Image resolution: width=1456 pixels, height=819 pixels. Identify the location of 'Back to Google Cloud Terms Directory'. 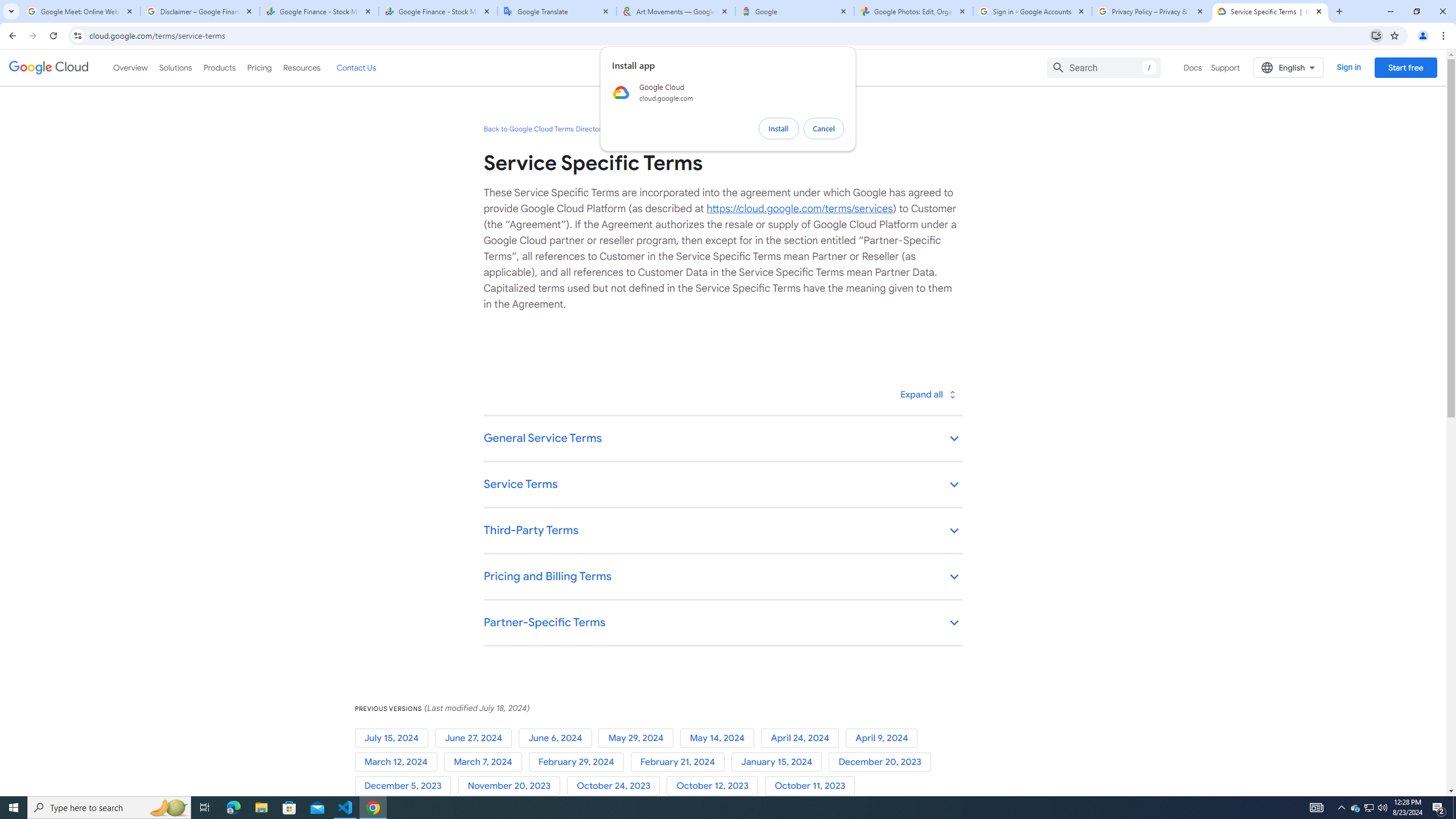
(544, 128).